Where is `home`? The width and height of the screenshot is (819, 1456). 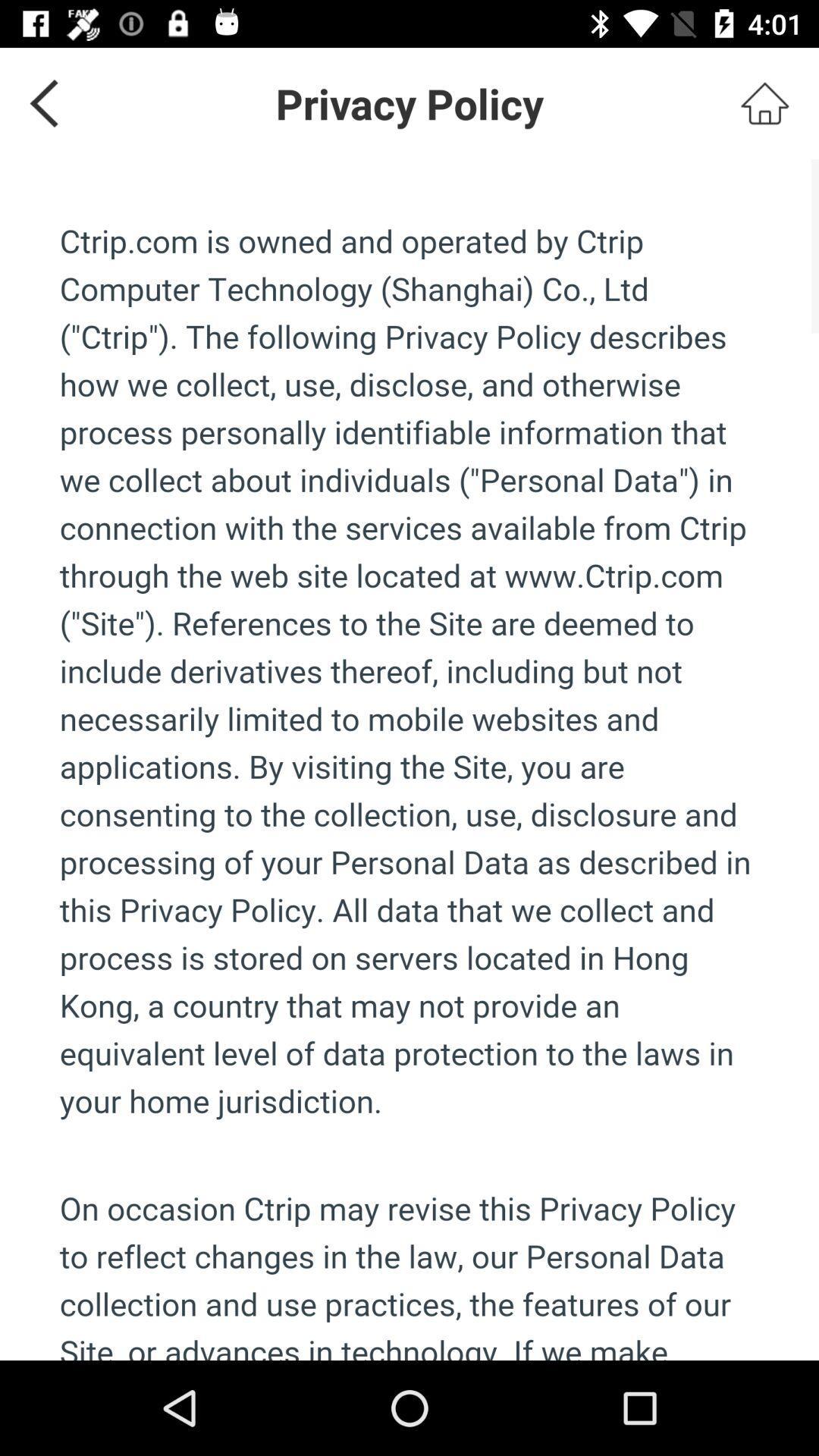
home is located at coordinates (764, 102).